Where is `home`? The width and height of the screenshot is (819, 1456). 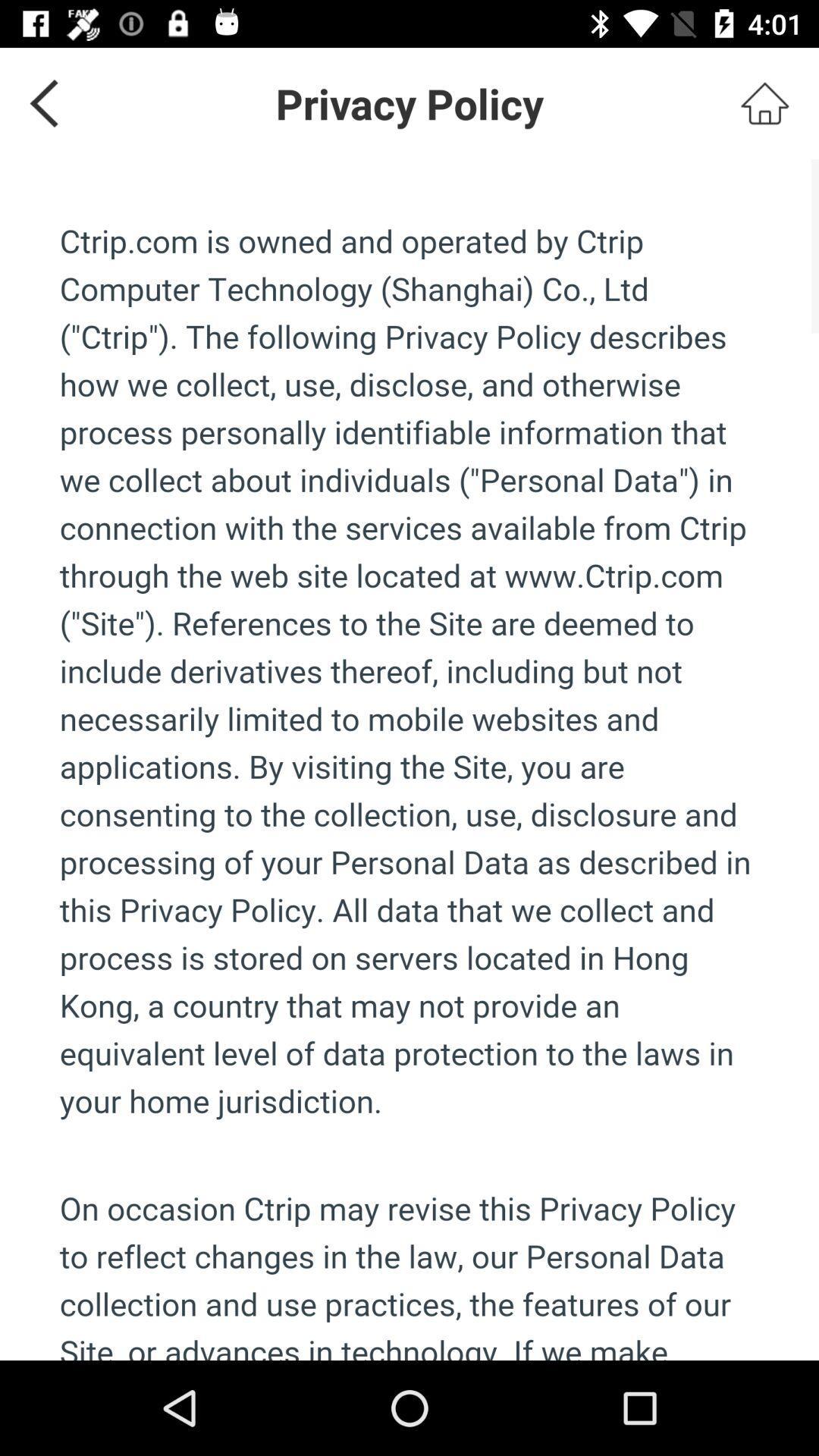
home is located at coordinates (764, 102).